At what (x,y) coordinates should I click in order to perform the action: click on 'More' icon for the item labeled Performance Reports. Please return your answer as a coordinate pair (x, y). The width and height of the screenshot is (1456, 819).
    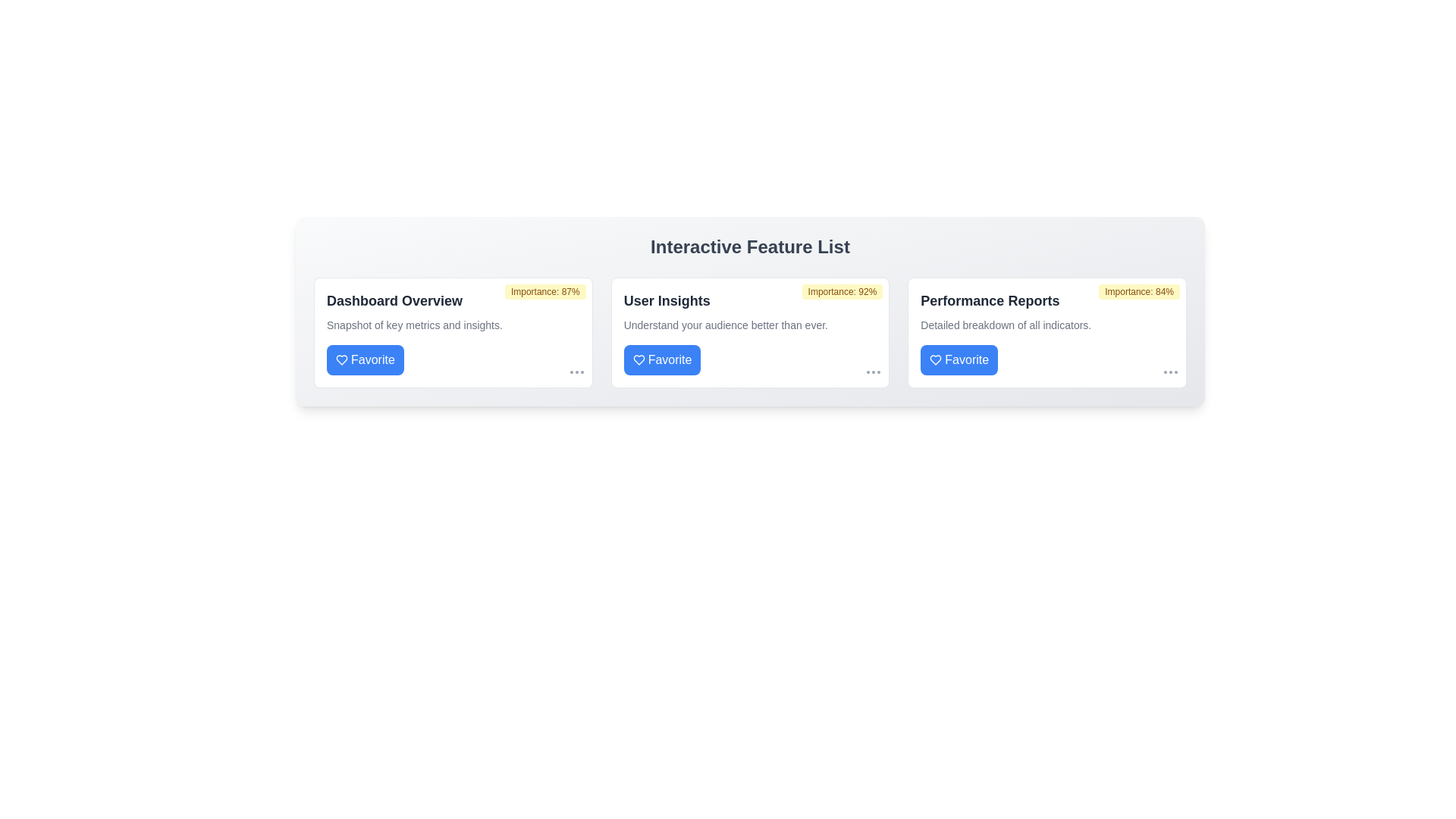
    Looking at the image, I should click on (1170, 372).